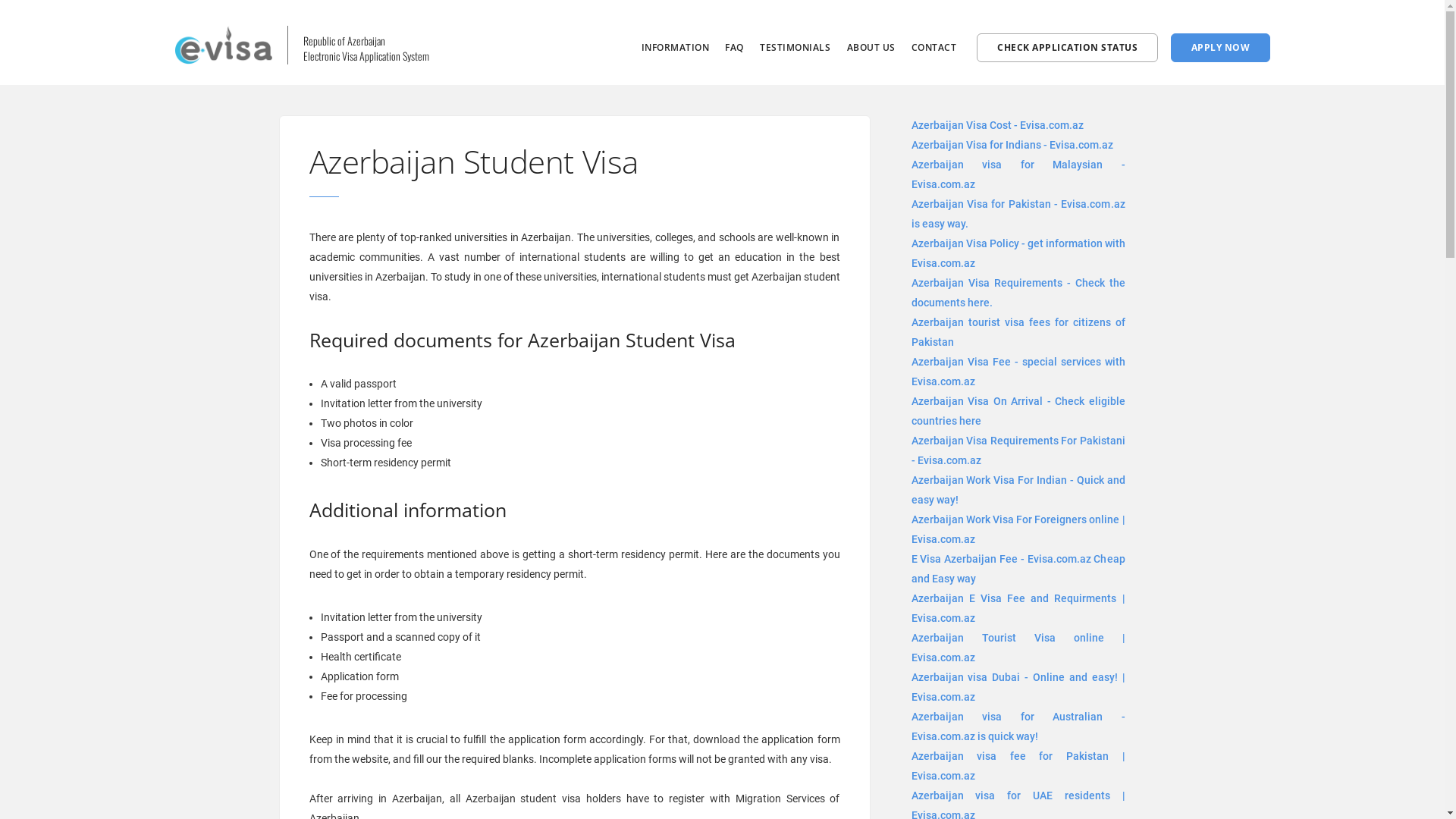 The width and height of the screenshot is (1456, 819). Describe the element at coordinates (910, 145) in the screenshot. I see `'Azerbaijan Visa for Indians - Evisa.com.az'` at that location.